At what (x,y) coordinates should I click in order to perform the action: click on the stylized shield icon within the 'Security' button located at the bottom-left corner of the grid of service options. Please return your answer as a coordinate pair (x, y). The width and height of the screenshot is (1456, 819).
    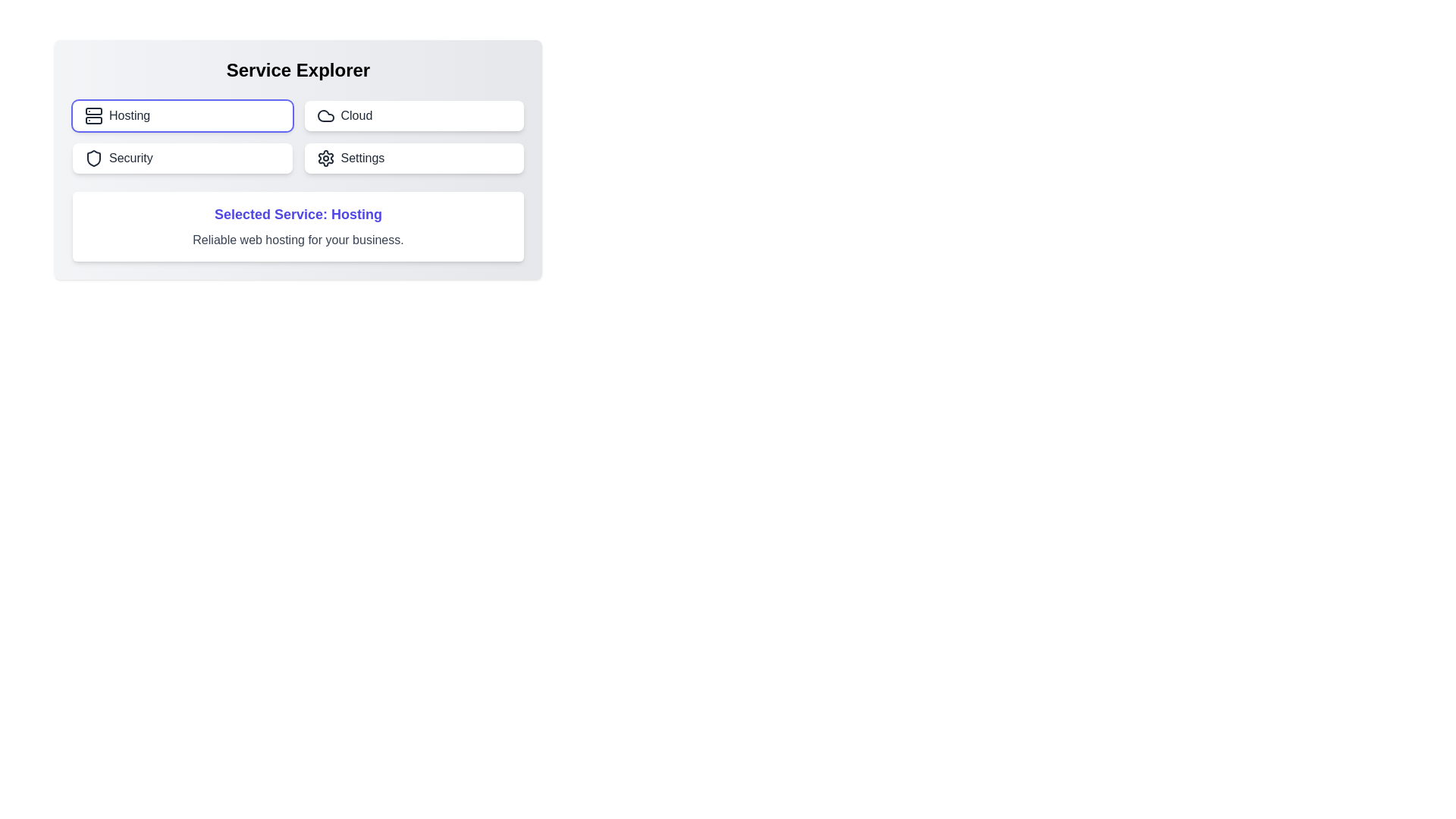
    Looking at the image, I should click on (93, 158).